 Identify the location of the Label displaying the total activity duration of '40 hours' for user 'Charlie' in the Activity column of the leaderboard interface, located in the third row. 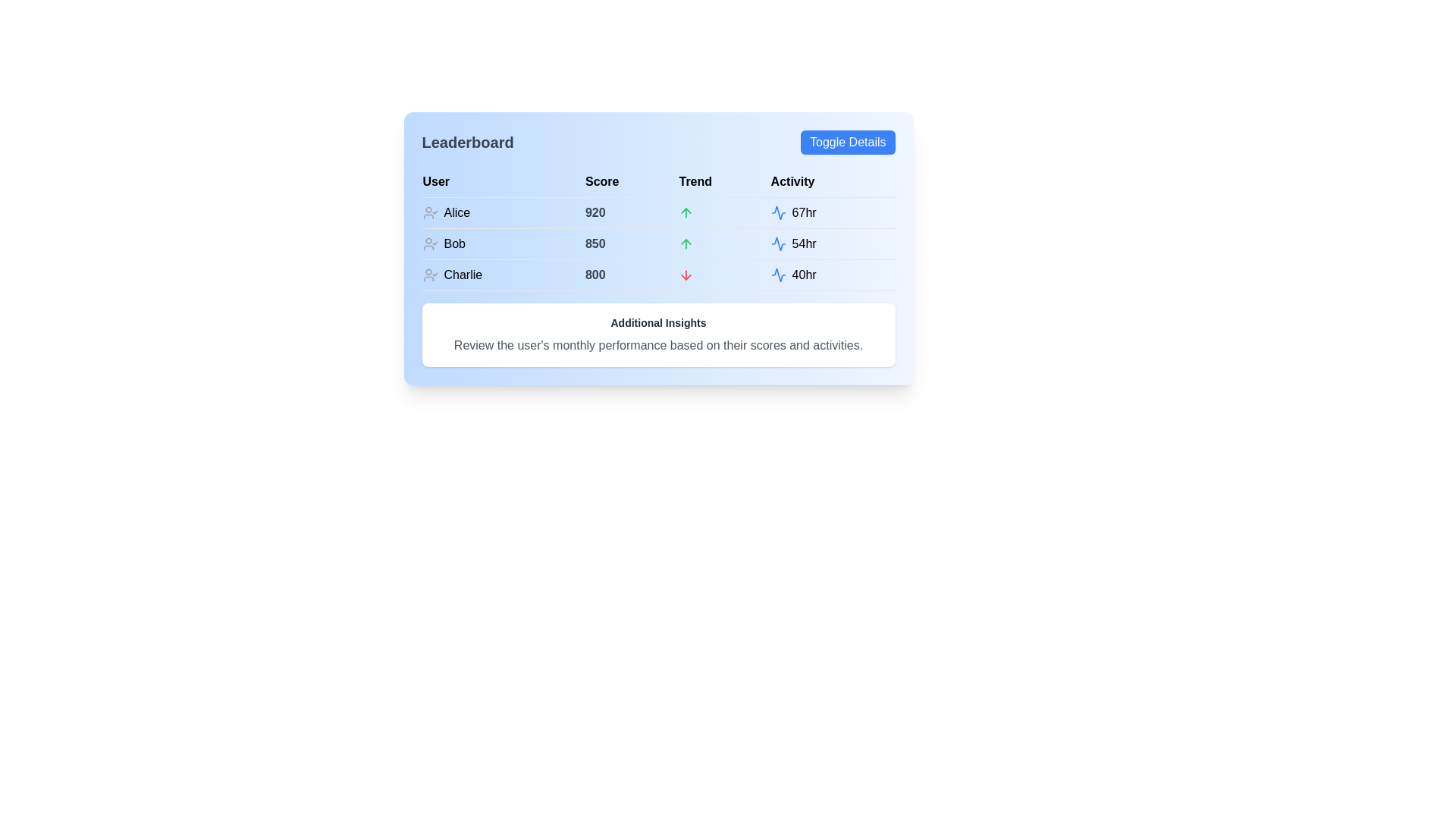
(803, 275).